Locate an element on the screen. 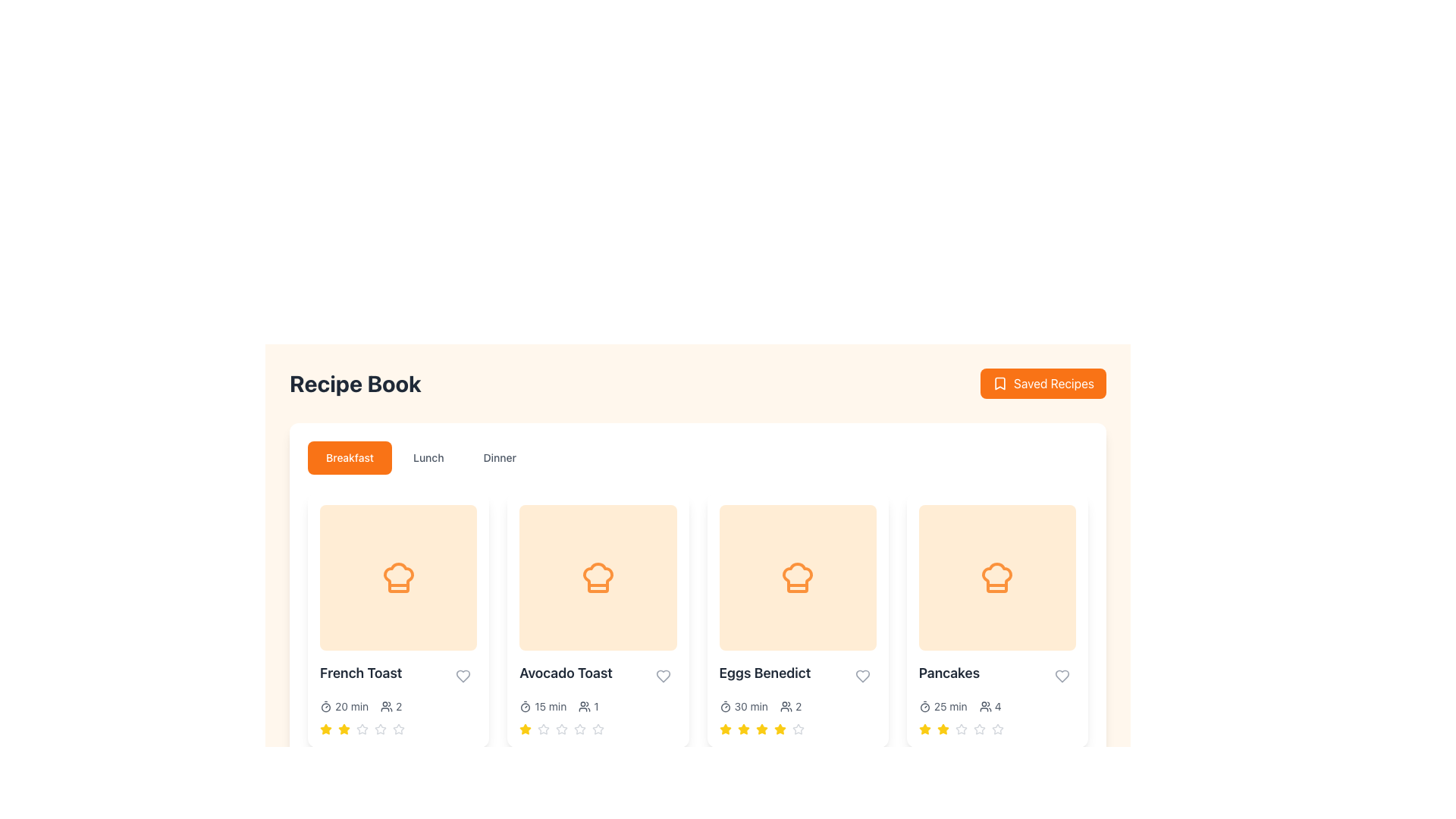  the second star in the rating system located under the 'Eggs Benedict' menu item is located at coordinates (724, 728).